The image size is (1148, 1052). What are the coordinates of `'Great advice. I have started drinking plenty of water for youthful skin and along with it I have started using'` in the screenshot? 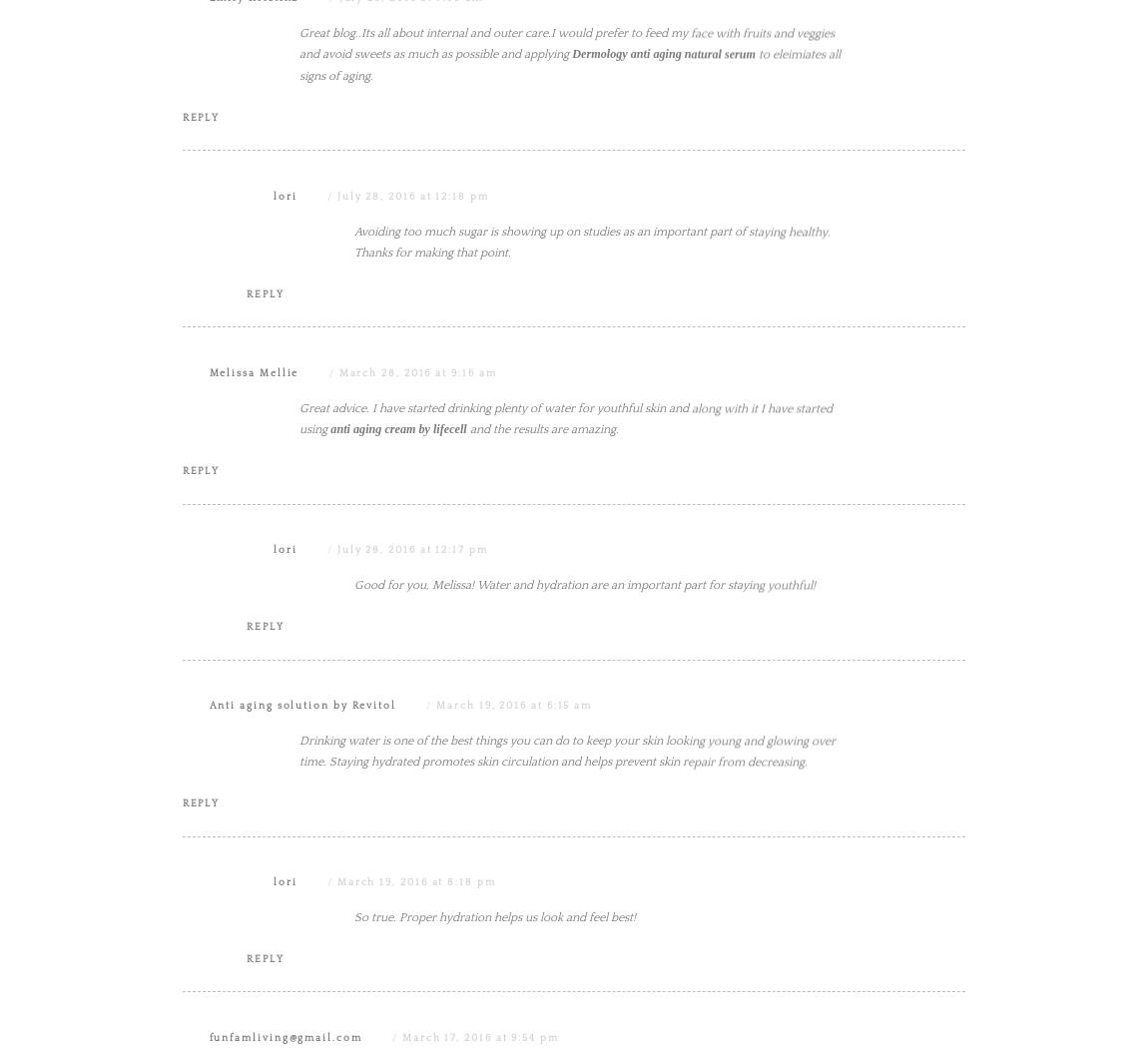 It's located at (299, 619).